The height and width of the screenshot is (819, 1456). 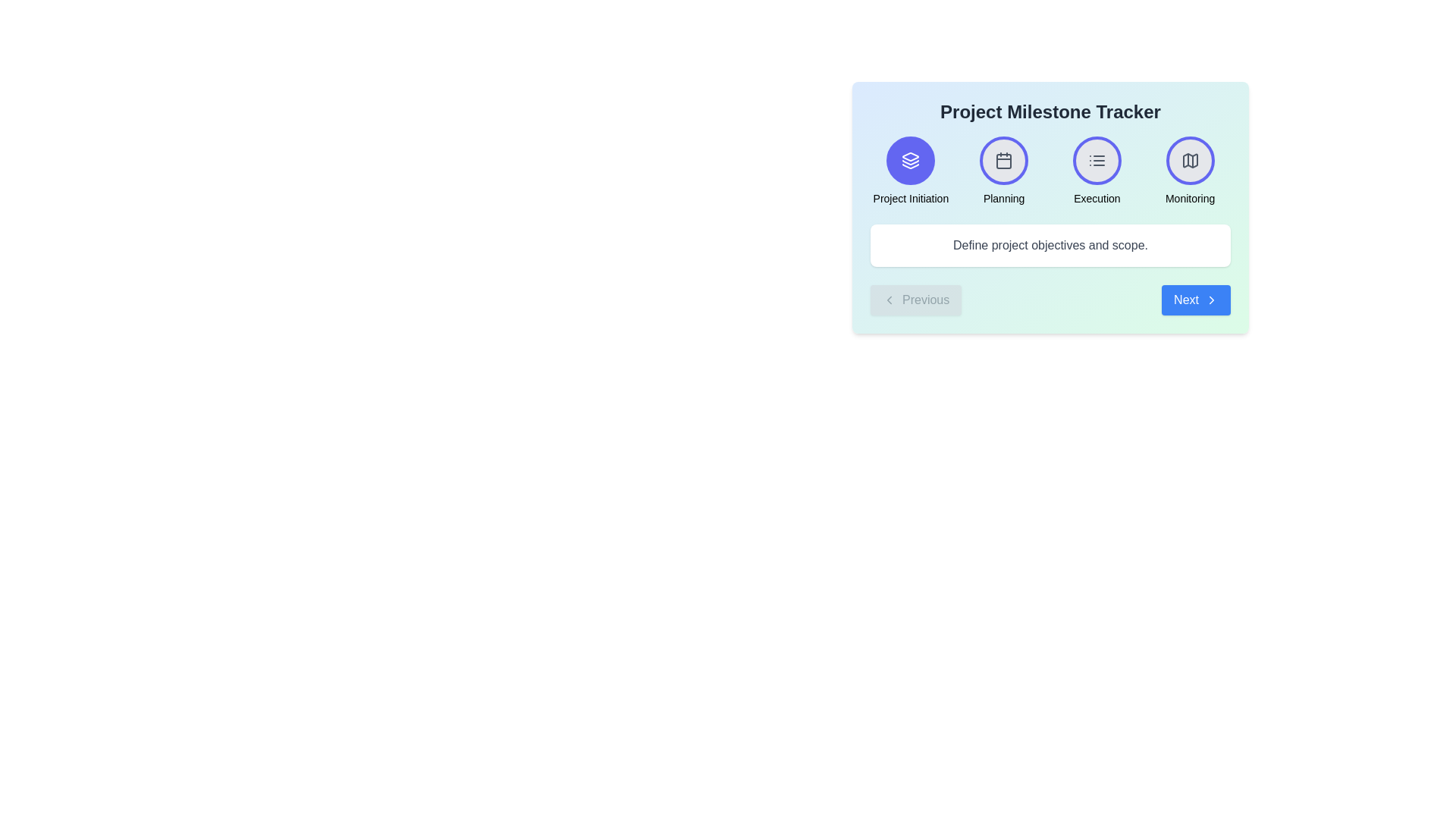 What do you see at coordinates (889, 300) in the screenshot?
I see `'Previous' navigation icon located at the bottom-left corner of the milestone tracker interface` at bounding box center [889, 300].